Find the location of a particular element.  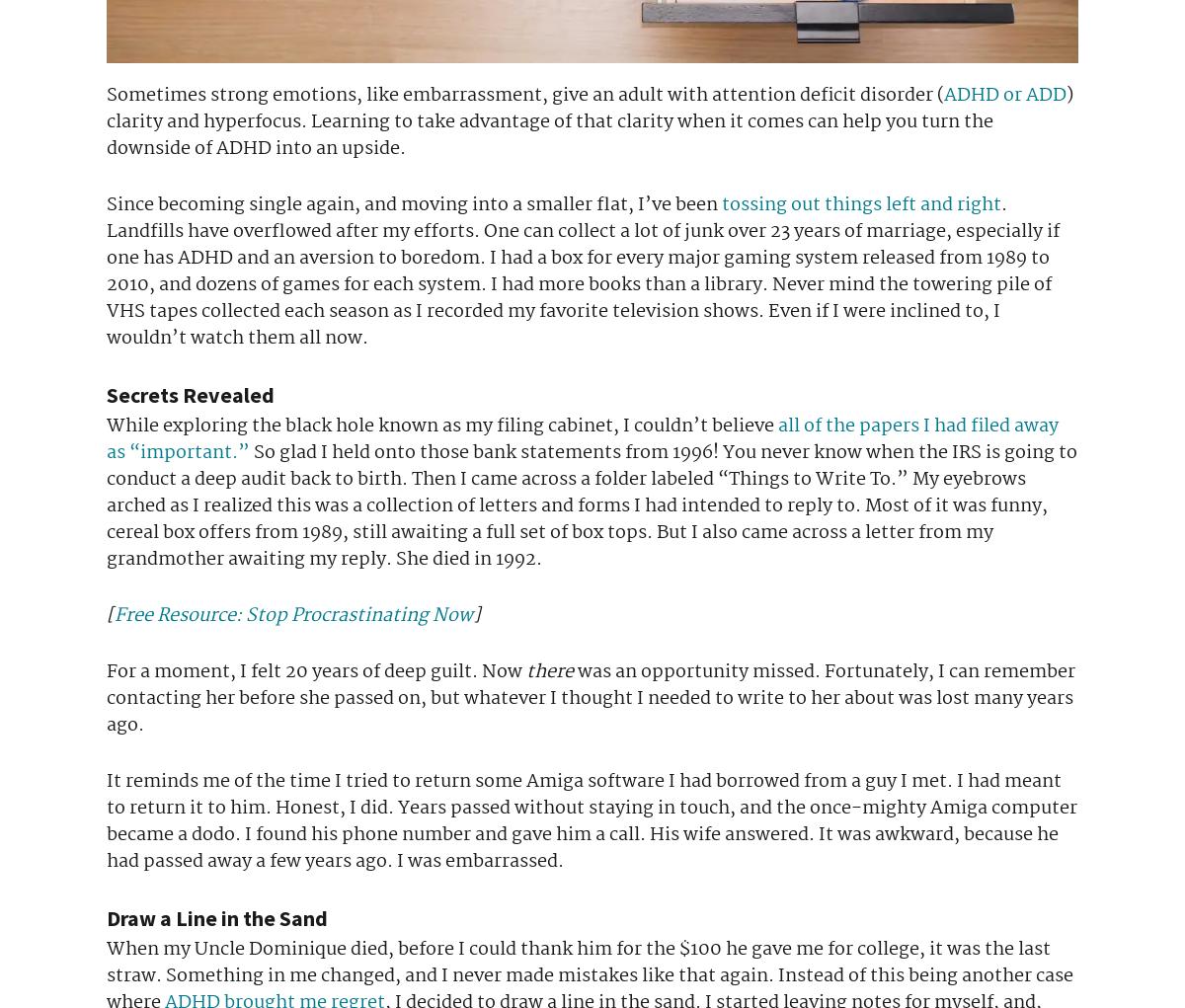

'tossing out things left and right' is located at coordinates (860, 204).